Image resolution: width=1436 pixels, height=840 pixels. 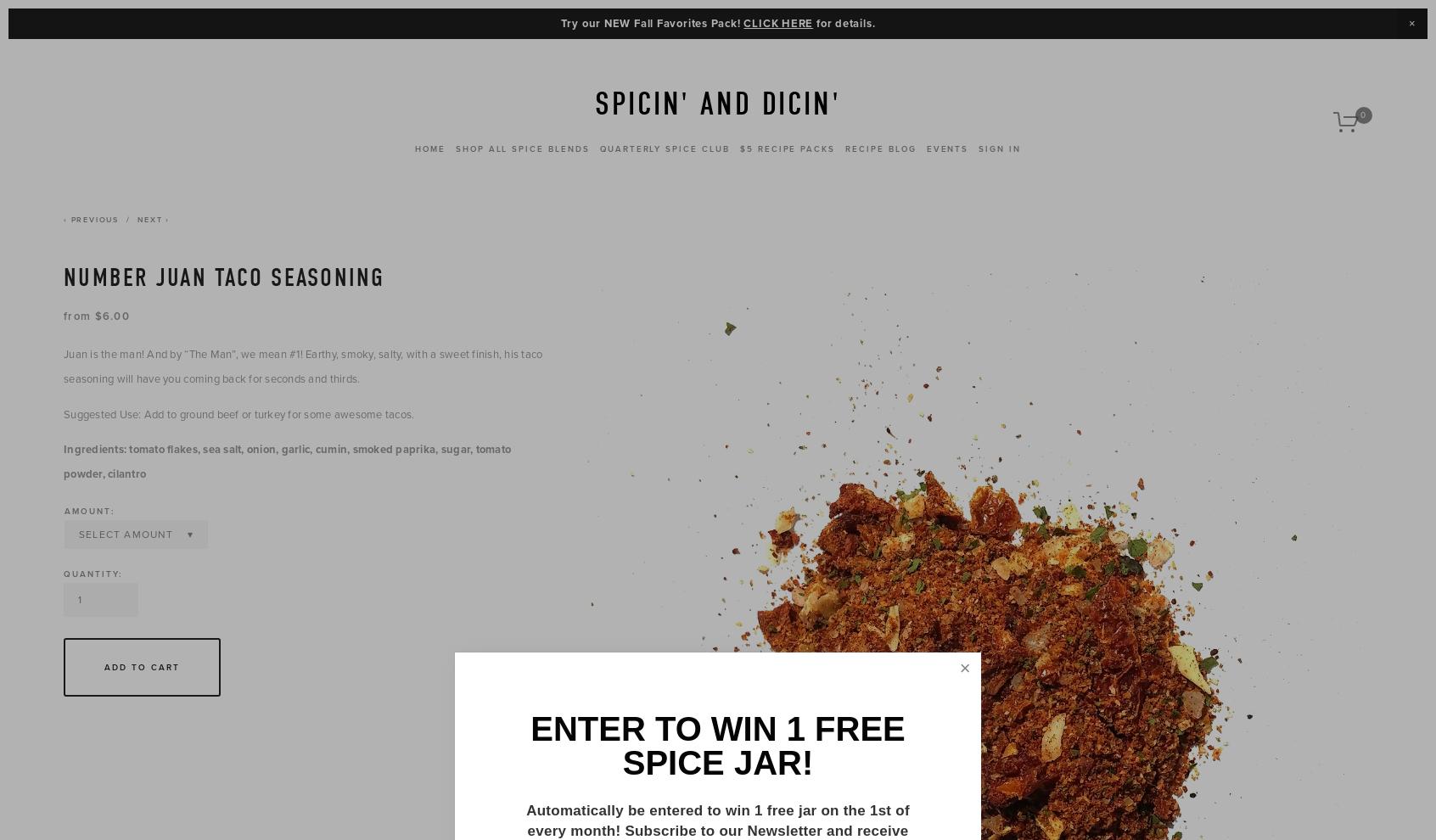 What do you see at coordinates (717, 103) in the screenshot?
I see `'Spicin' and Dicin''` at bounding box center [717, 103].